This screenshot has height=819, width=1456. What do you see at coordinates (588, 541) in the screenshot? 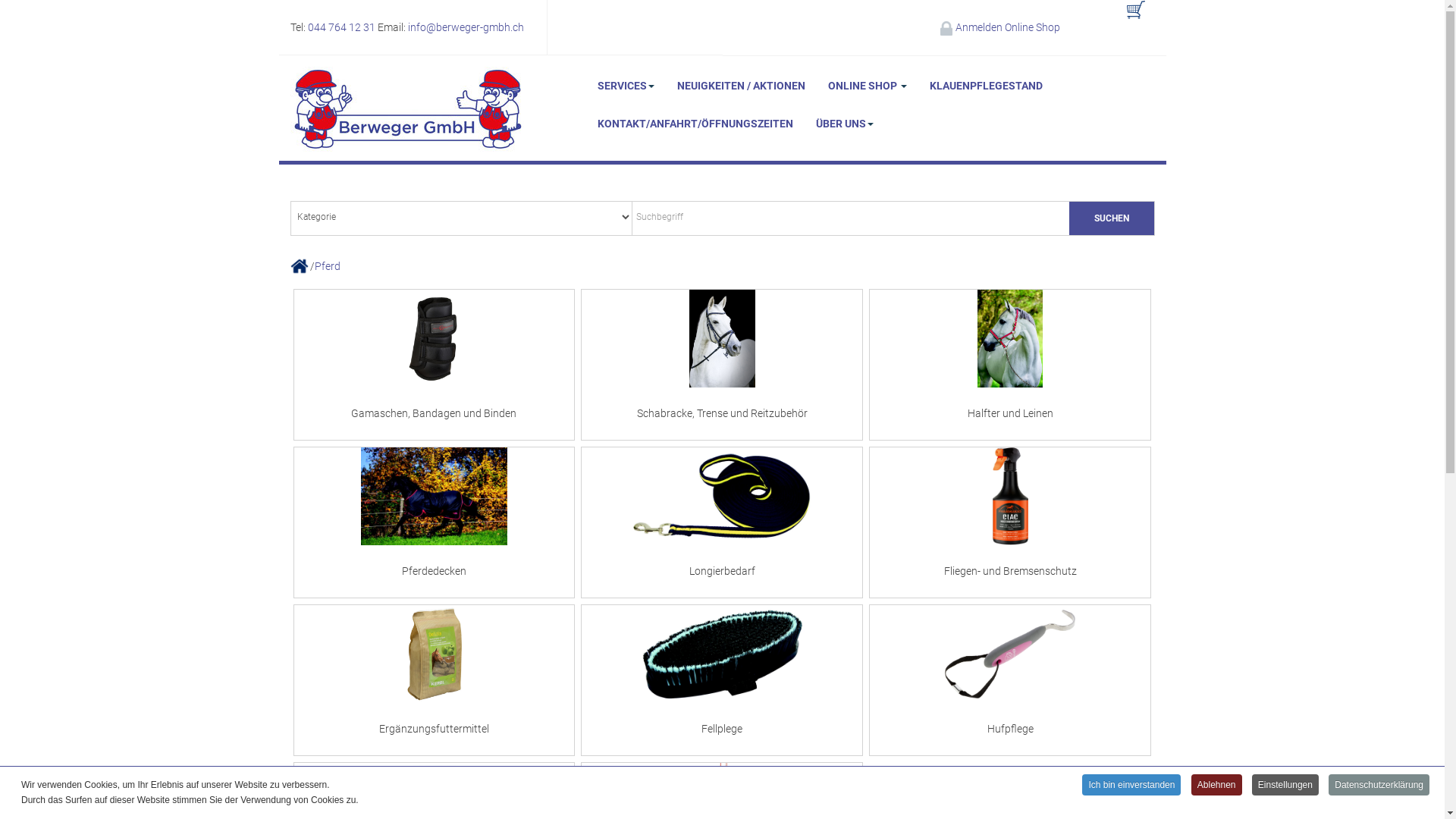
I see `'Alle Cookies erlauben'` at bounding box center [588, 541].